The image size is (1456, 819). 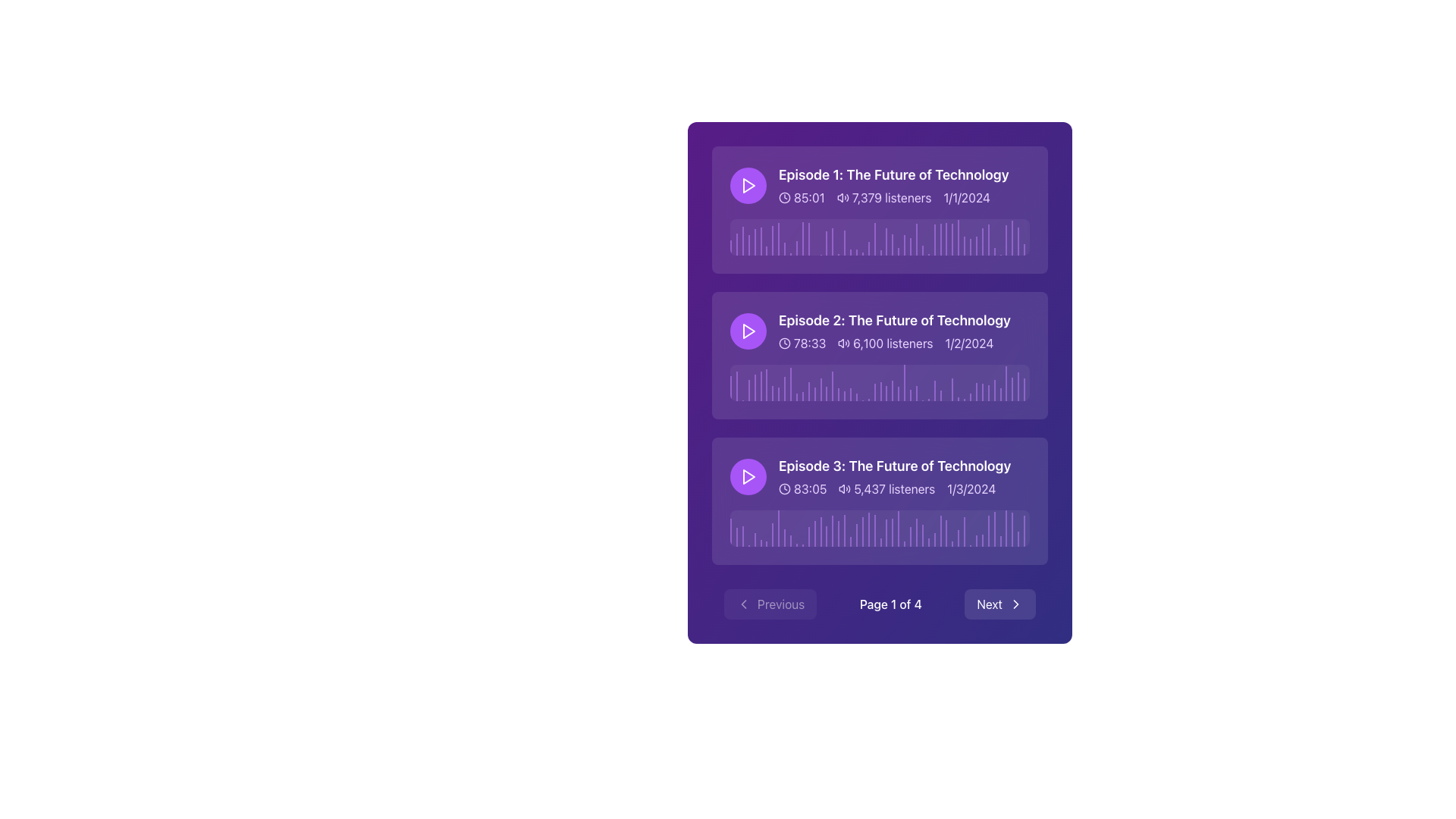 What do you see at coordinates (915, 532) in the screenshot?
I see `the position of the progress indicator within the waveform of the audio track 'Episode 3: The Future of Technology'` at bounding box center [915, 532].